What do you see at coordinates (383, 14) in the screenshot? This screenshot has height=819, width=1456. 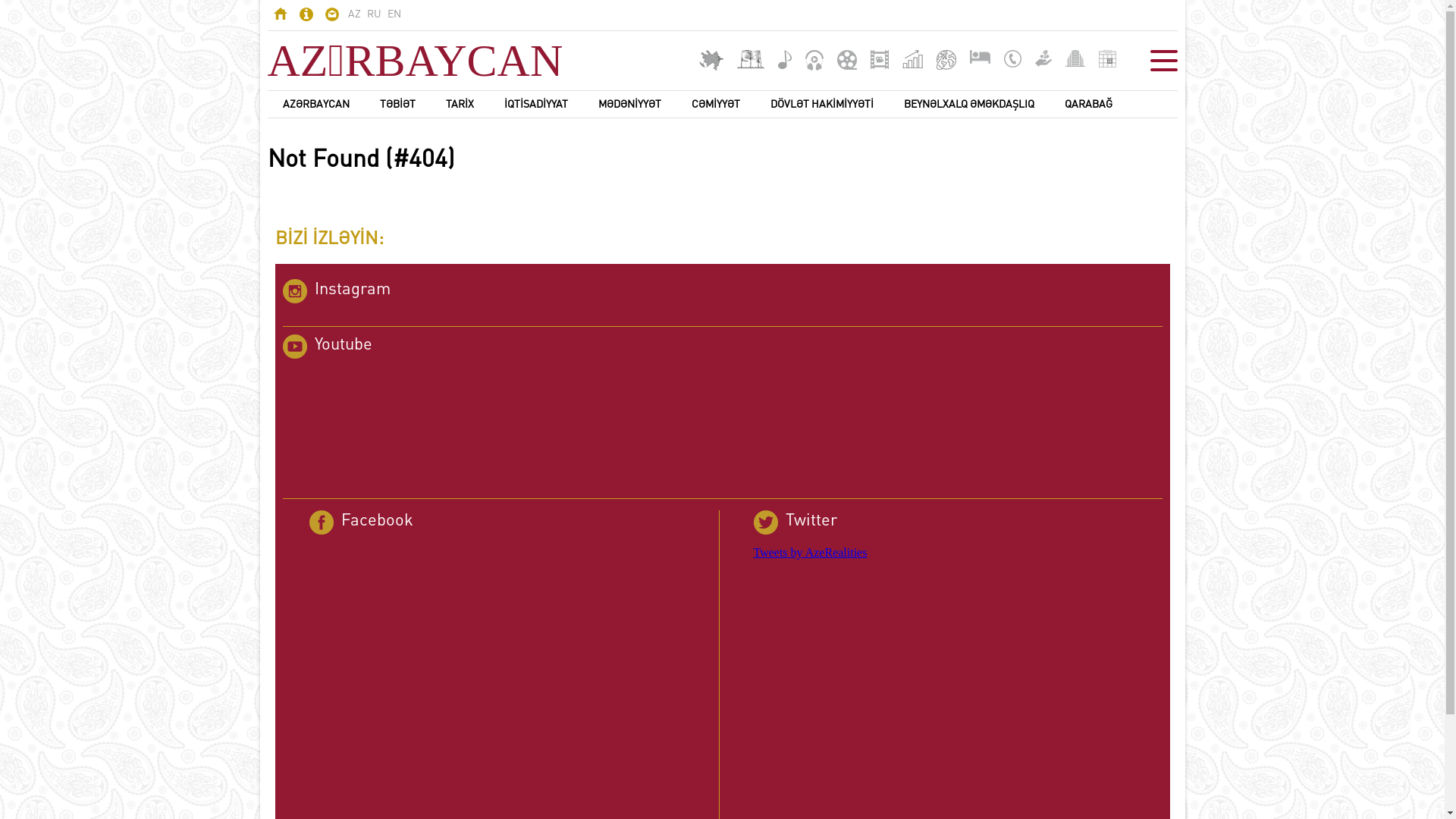 I see `'EN'` at bounding box center [383, 14].